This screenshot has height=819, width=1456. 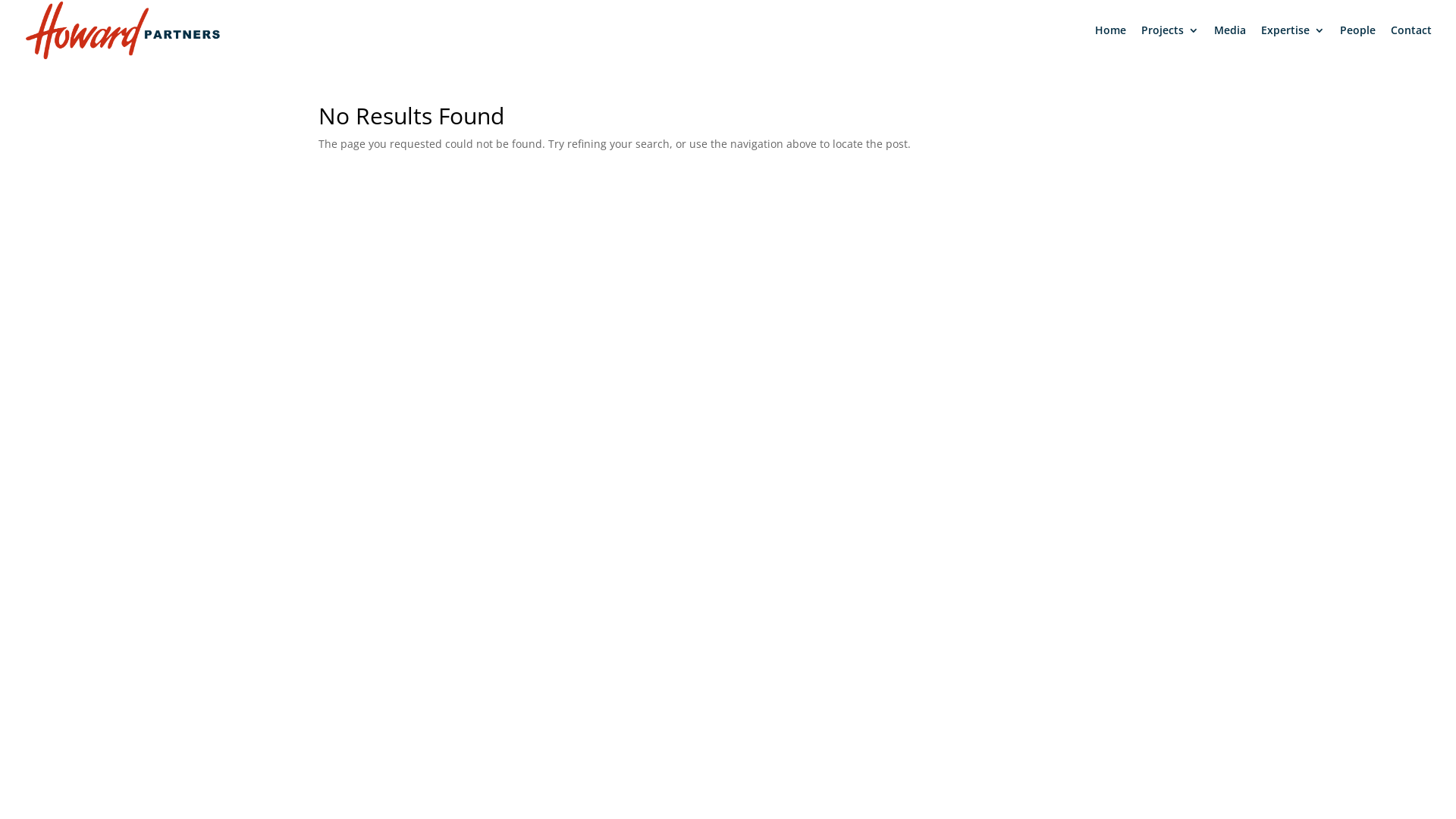 I want to click on 'Projects', so click(x=1169, y=42).